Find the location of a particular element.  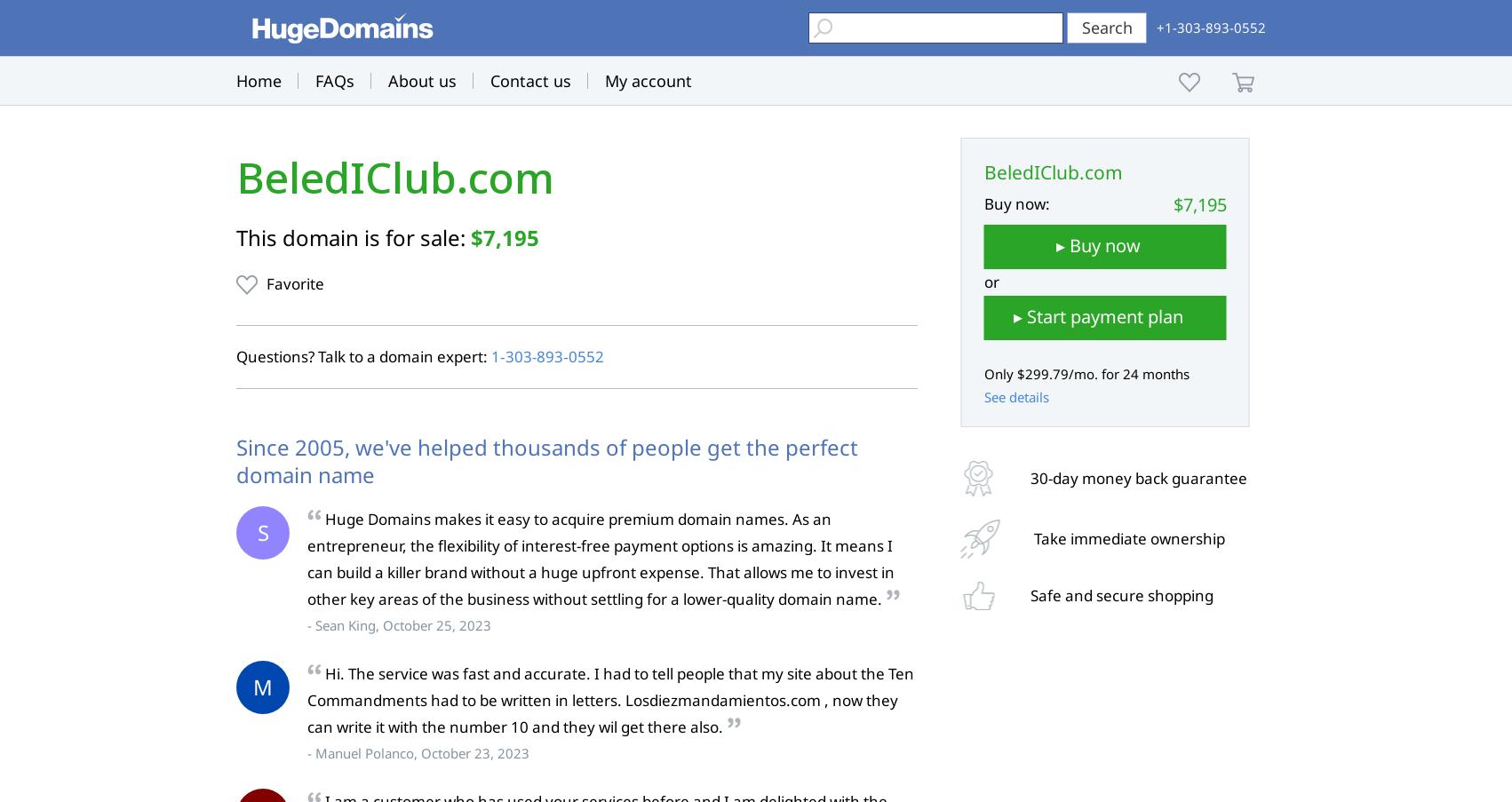

'Questions? Talk to a domain expert:' is located at coordinates (363, 355).